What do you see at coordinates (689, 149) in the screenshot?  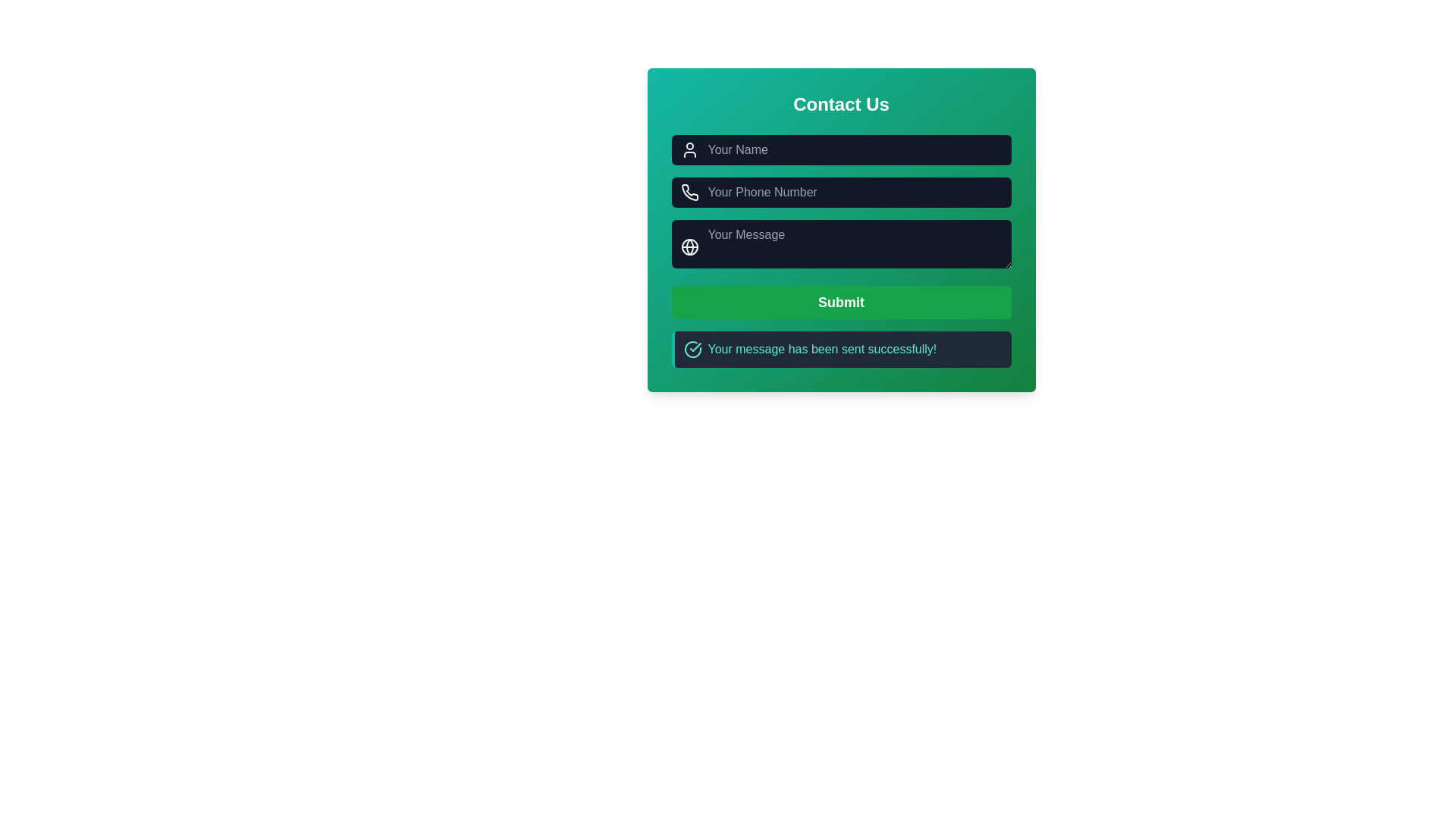 I see `the icon indicating the purpose of the input field for entering the user's name, located inside the 'Your Name' input field in the 'Contact Us' form` at bounding box center [689, 149].